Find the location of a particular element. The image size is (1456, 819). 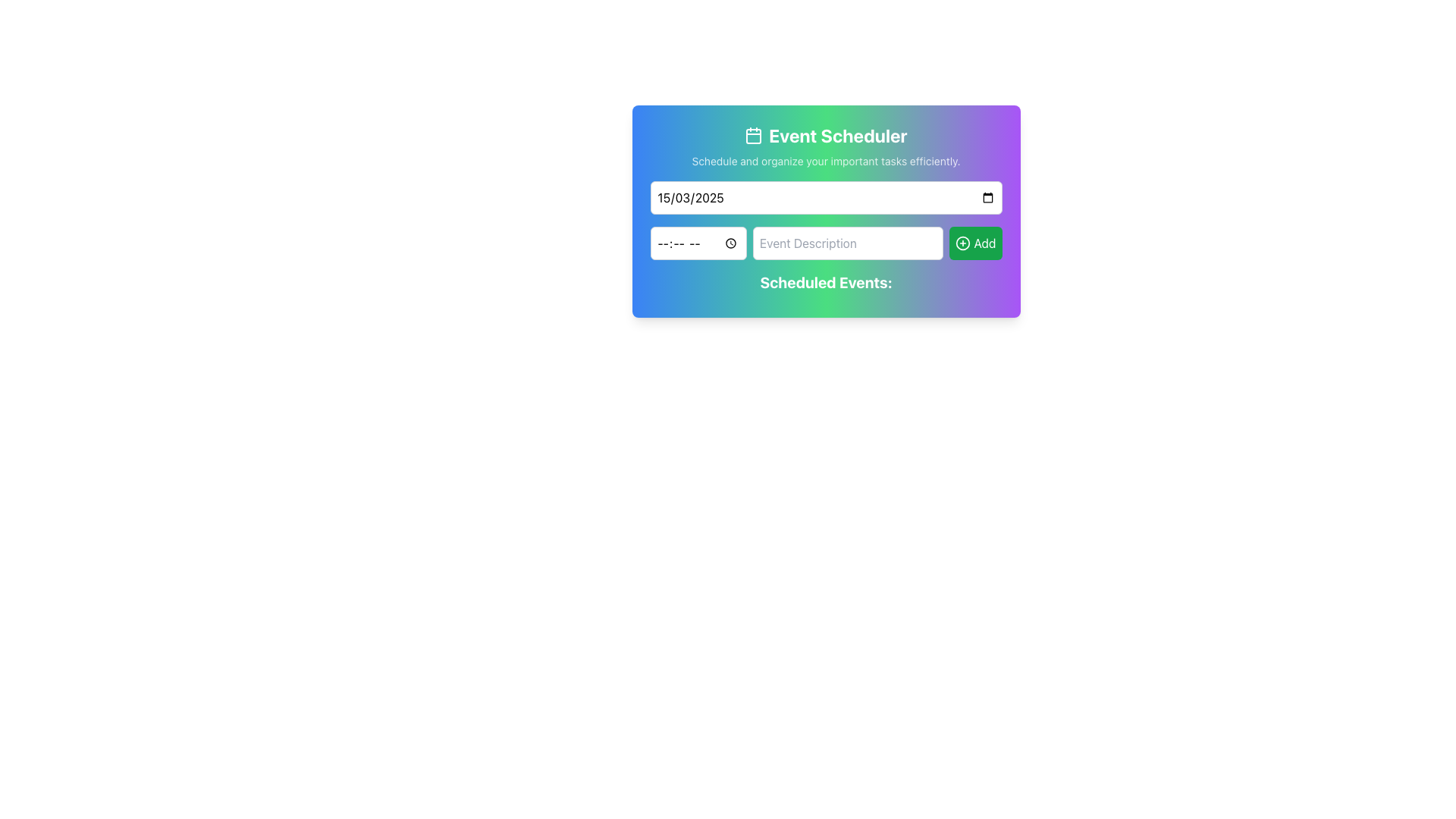

the bold text label reading 'Scheduled Events:' in white color, located at the bottom of the 'Event Scheduler' card, below the input fields and 'Add' button is located at coordinates (825, 283).